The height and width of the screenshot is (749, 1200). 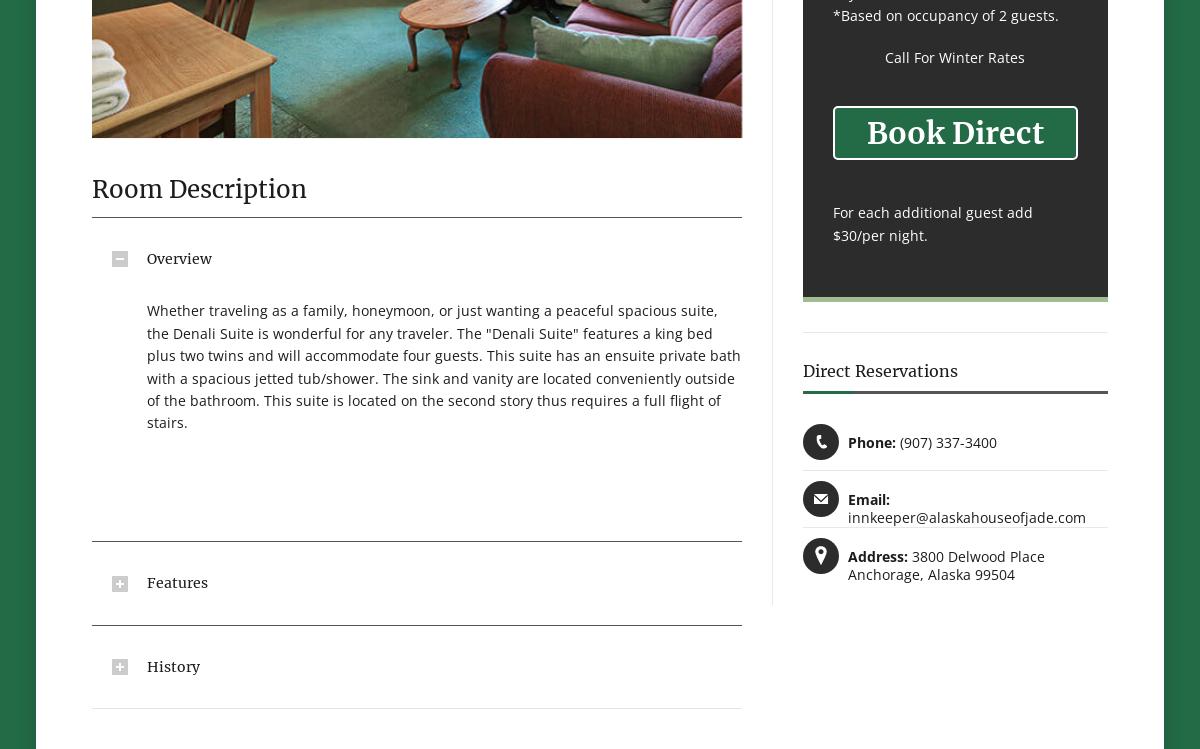 I want to click on 'Room Description', so click(x=92, y=188).